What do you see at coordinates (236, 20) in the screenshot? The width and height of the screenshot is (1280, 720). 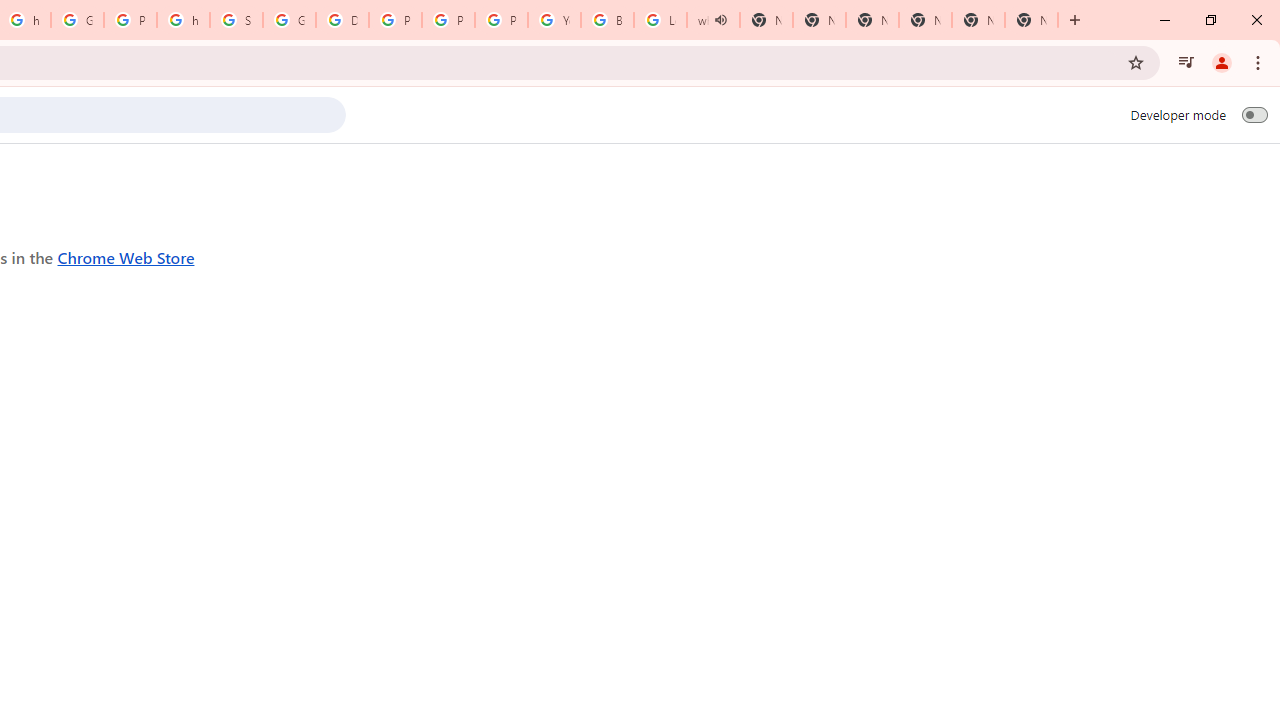 I see `'Sign in - Google Accounts'` at bounding box center [236, 20].